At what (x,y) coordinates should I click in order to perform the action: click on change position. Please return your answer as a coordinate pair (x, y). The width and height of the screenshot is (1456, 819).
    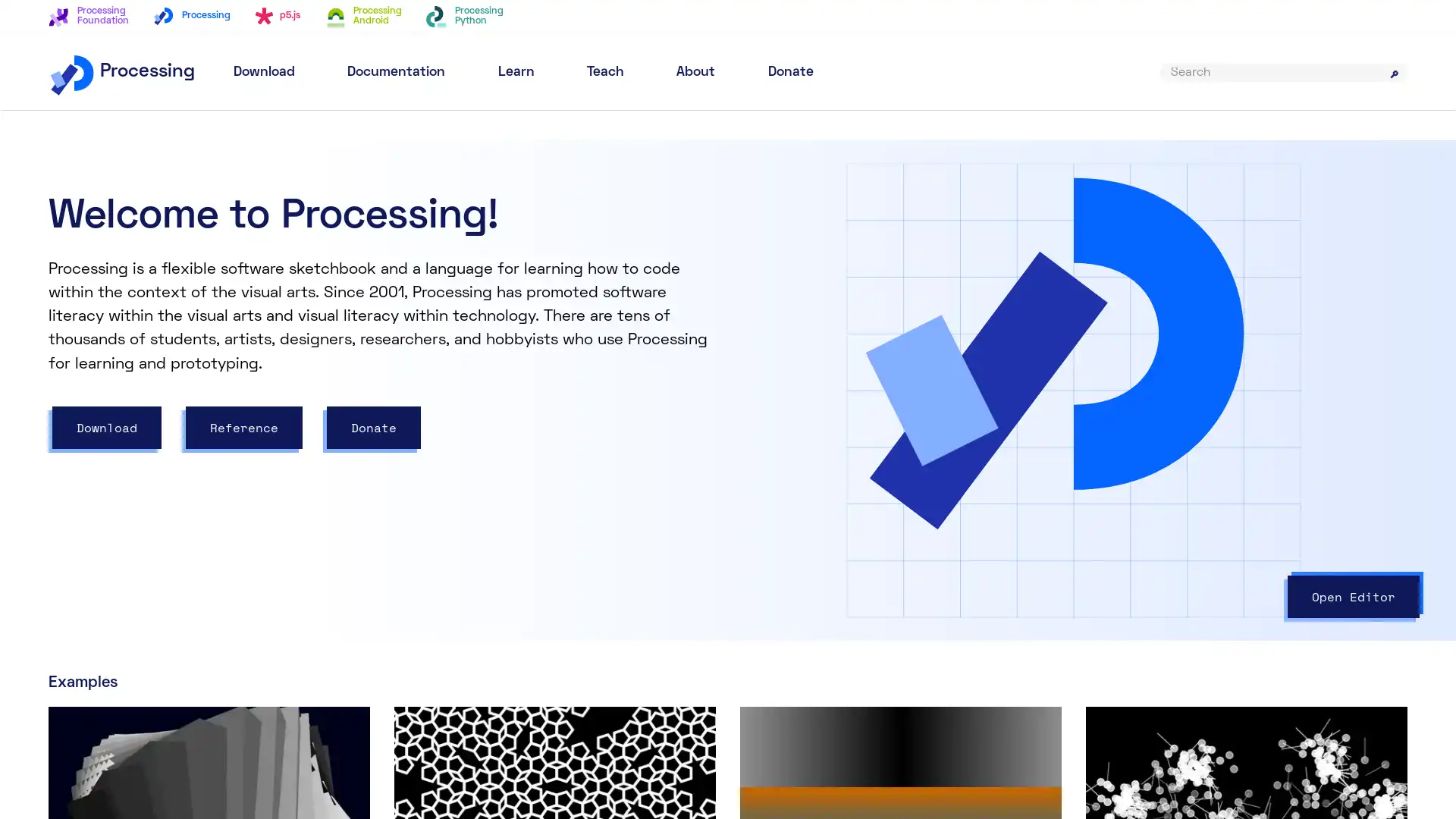
    Looking at the image, I should click on (864, 503).